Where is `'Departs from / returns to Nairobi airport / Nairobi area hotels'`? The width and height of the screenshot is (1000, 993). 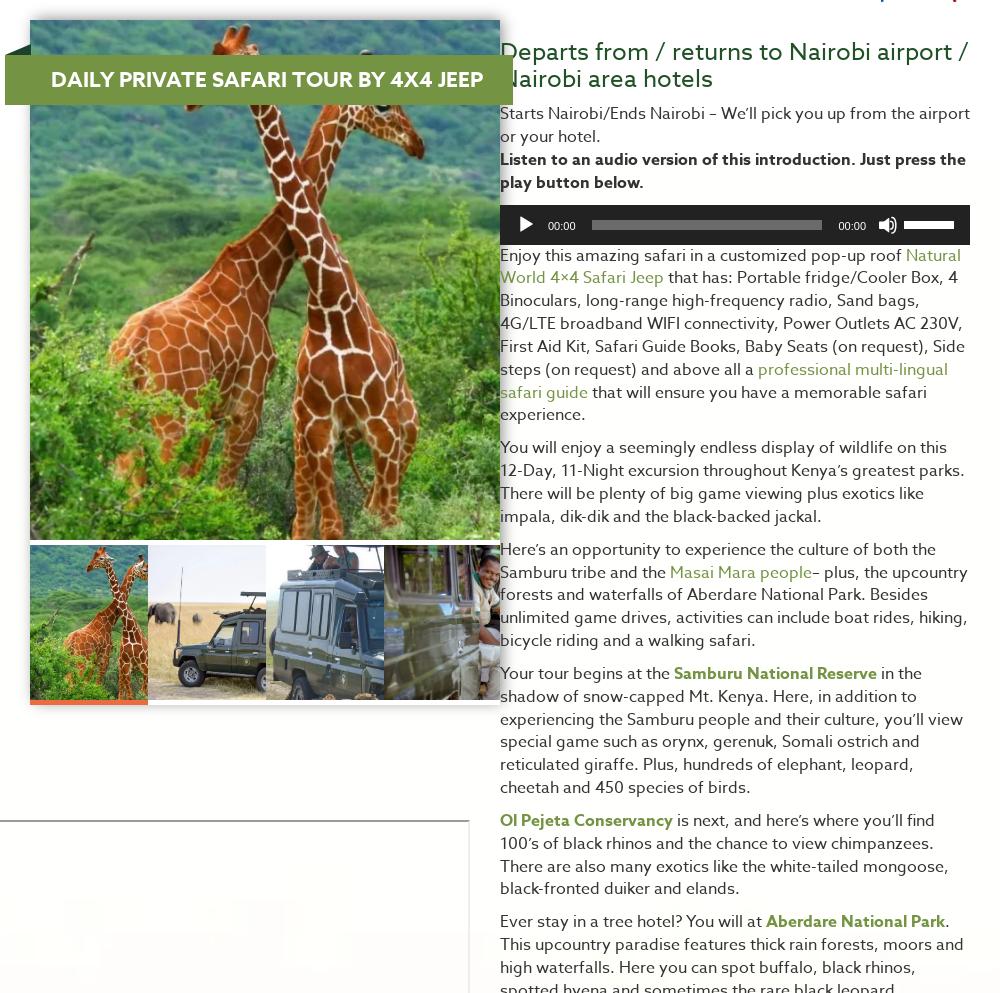
'Departs from / returns to Nairobi airport / Nairobi area hotels' is located at coordinates (733, 65).